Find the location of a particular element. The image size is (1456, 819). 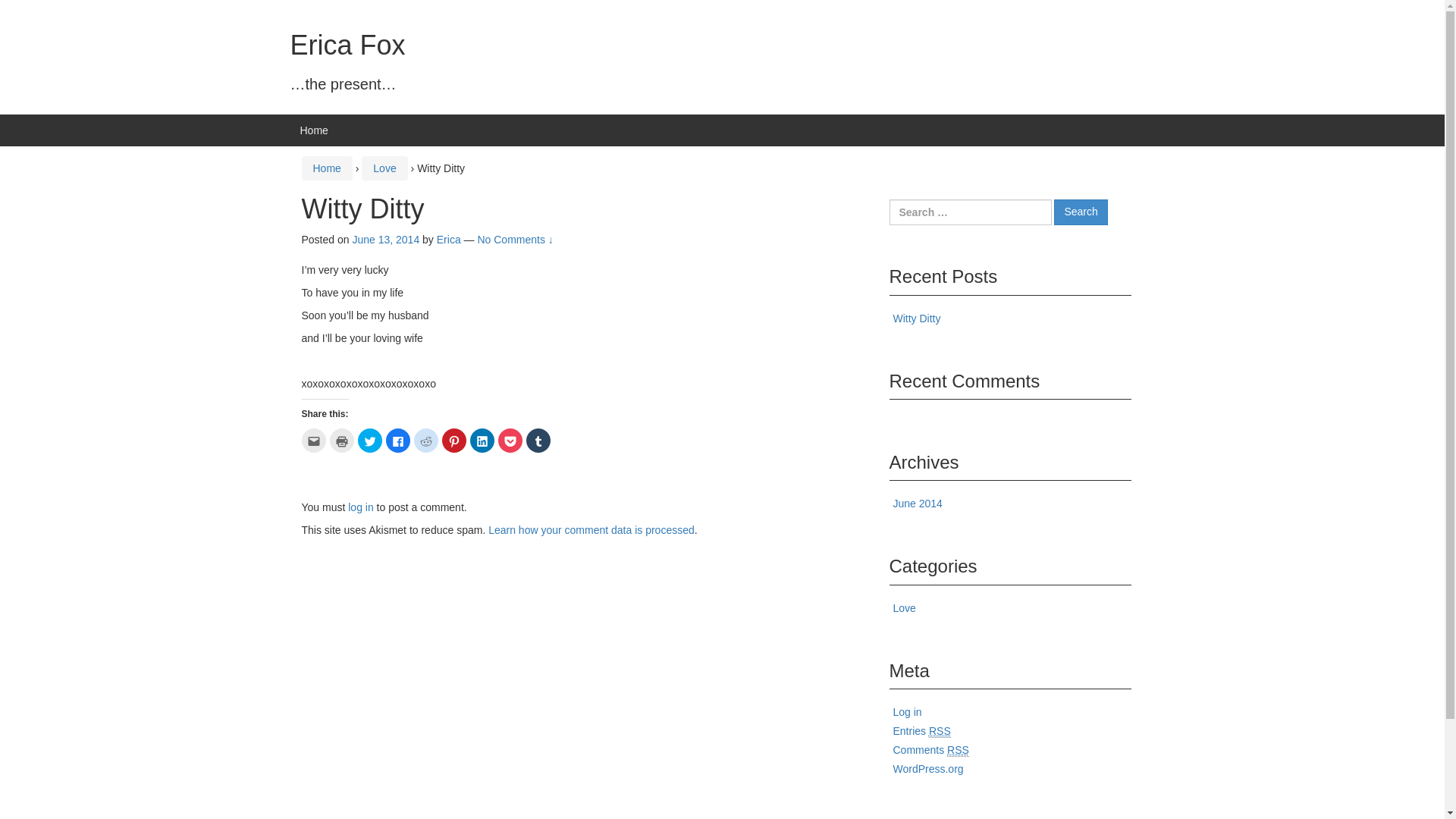

'WordPress.org' is located at coordinates (927, 769).